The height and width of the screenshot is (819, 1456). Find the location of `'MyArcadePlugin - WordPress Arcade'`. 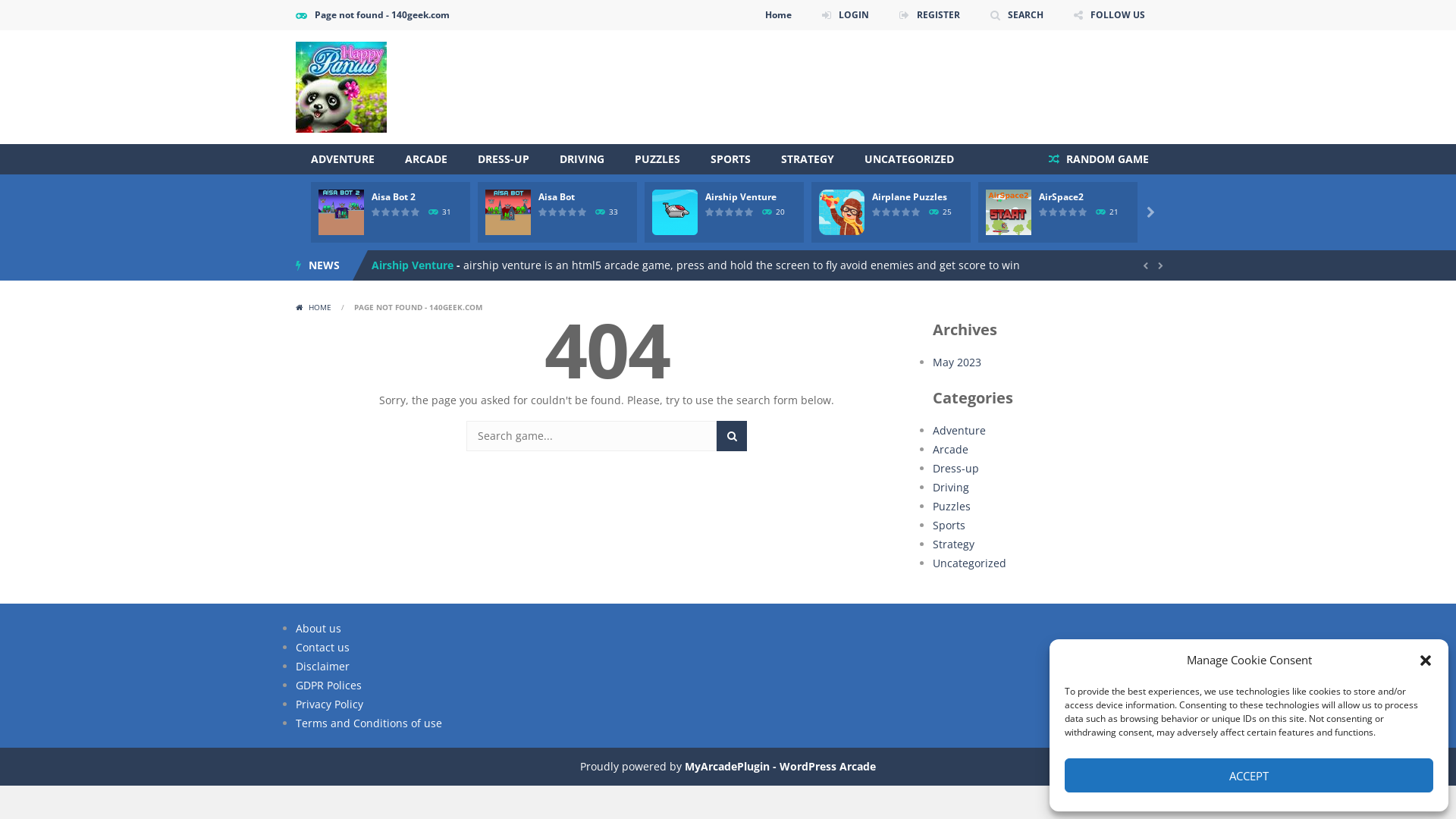

'MyArcadePlugin - WordPress Arcade' is located at coordinates (683, 766).